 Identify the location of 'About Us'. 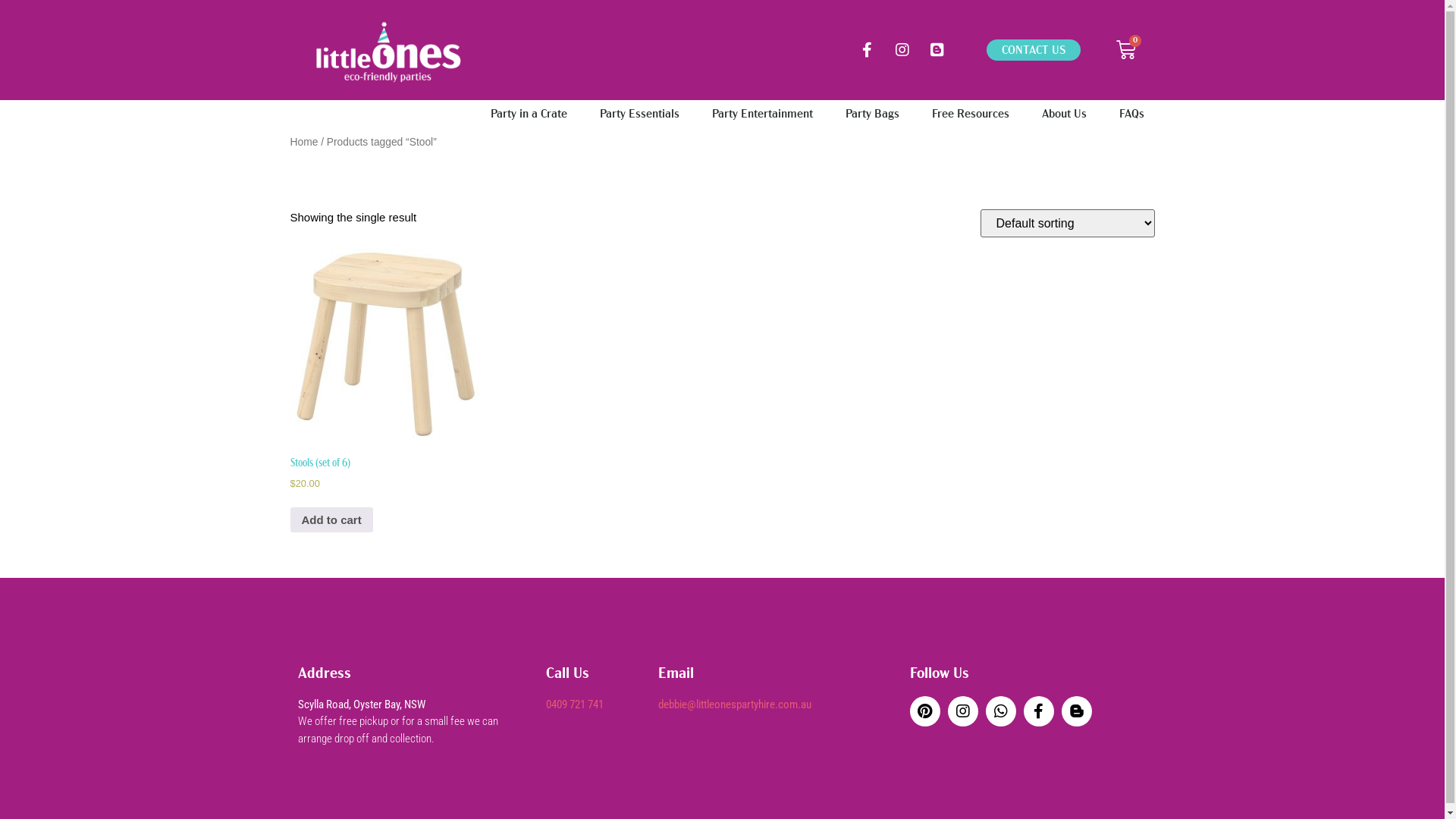
(1063, 113).